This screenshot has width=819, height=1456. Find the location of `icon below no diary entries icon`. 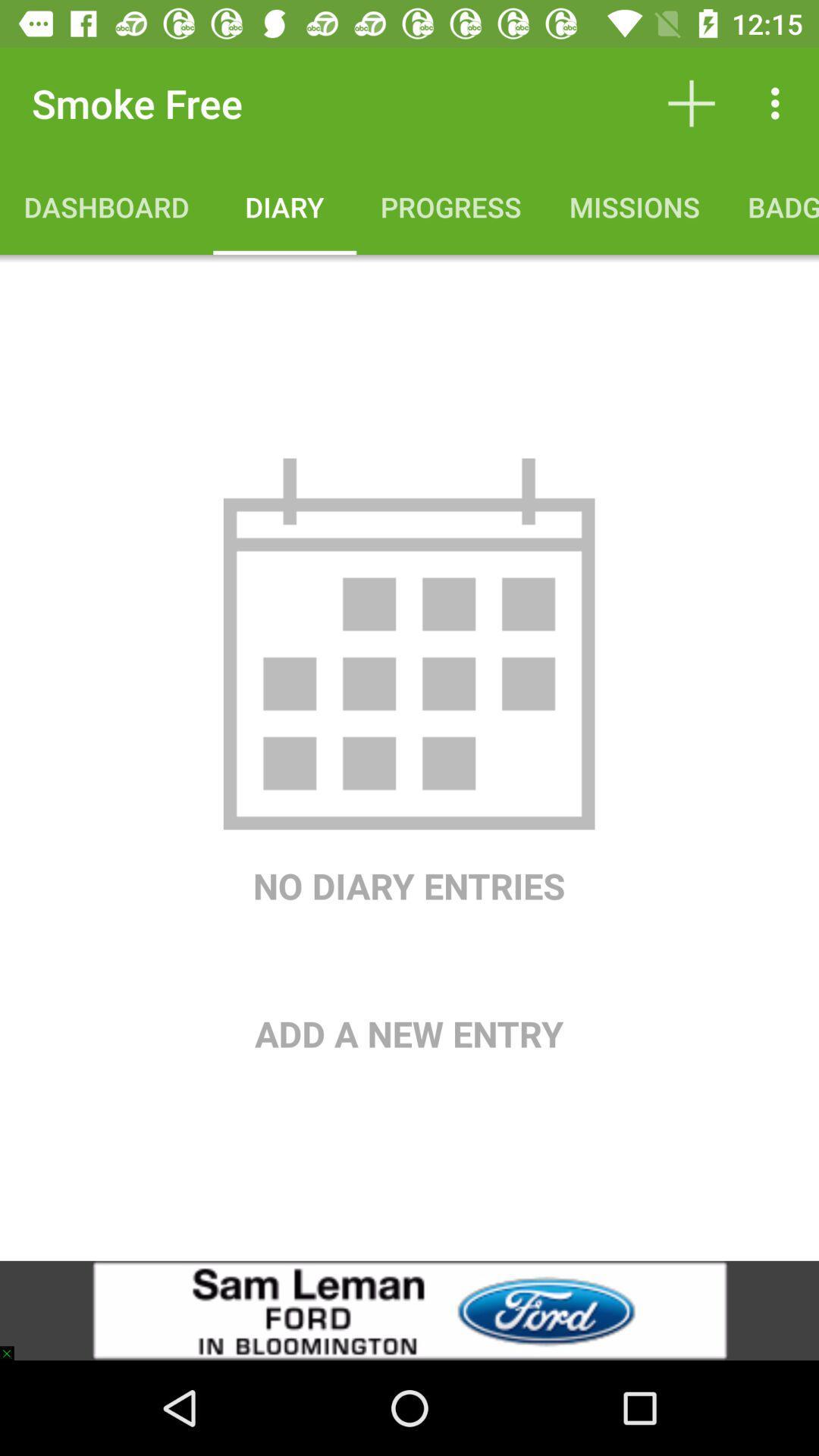

icon below no diary entries icon is located at coordinates (408, 984).